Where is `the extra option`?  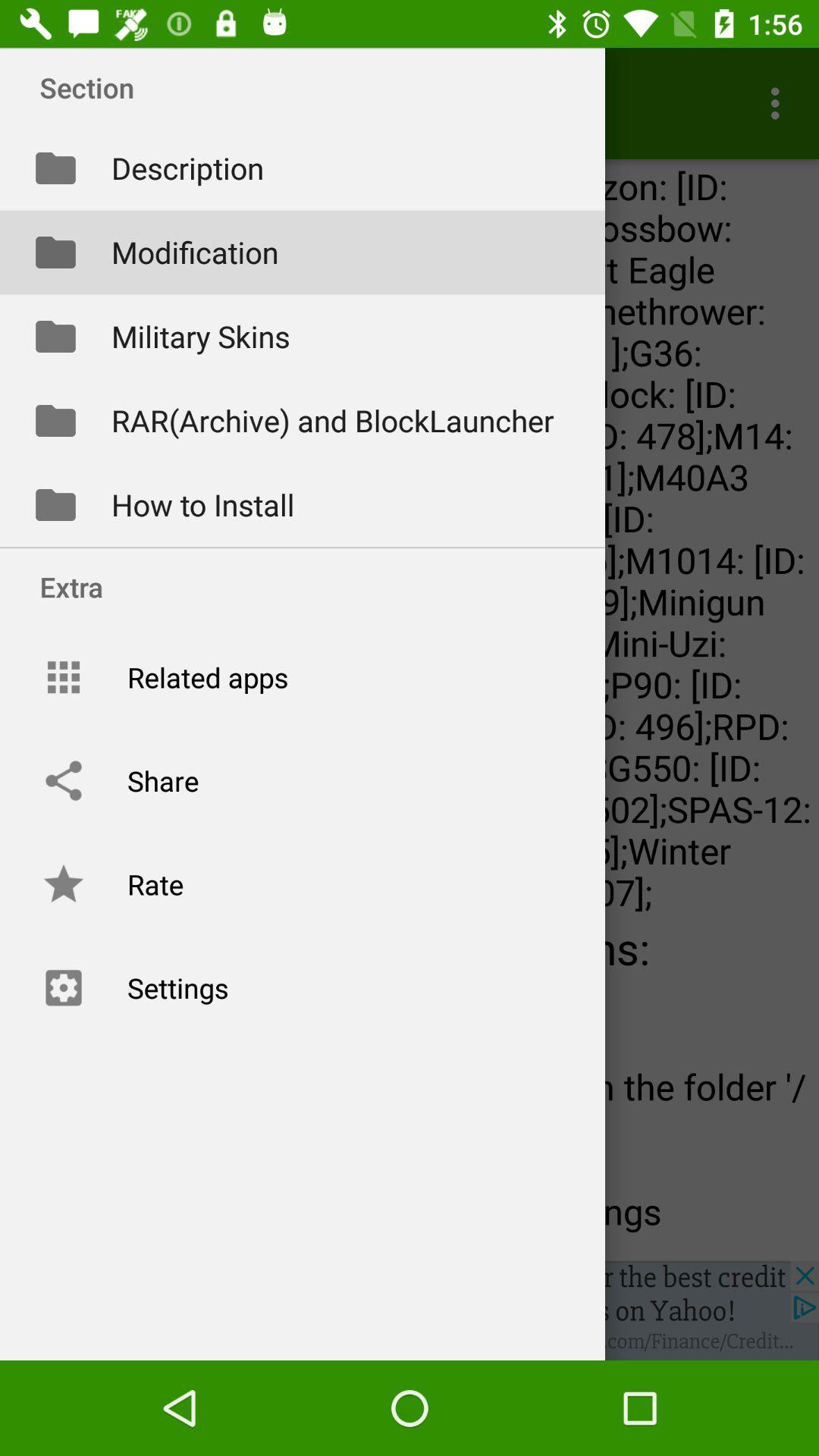 the extra option is located at coordinates (306, 585).